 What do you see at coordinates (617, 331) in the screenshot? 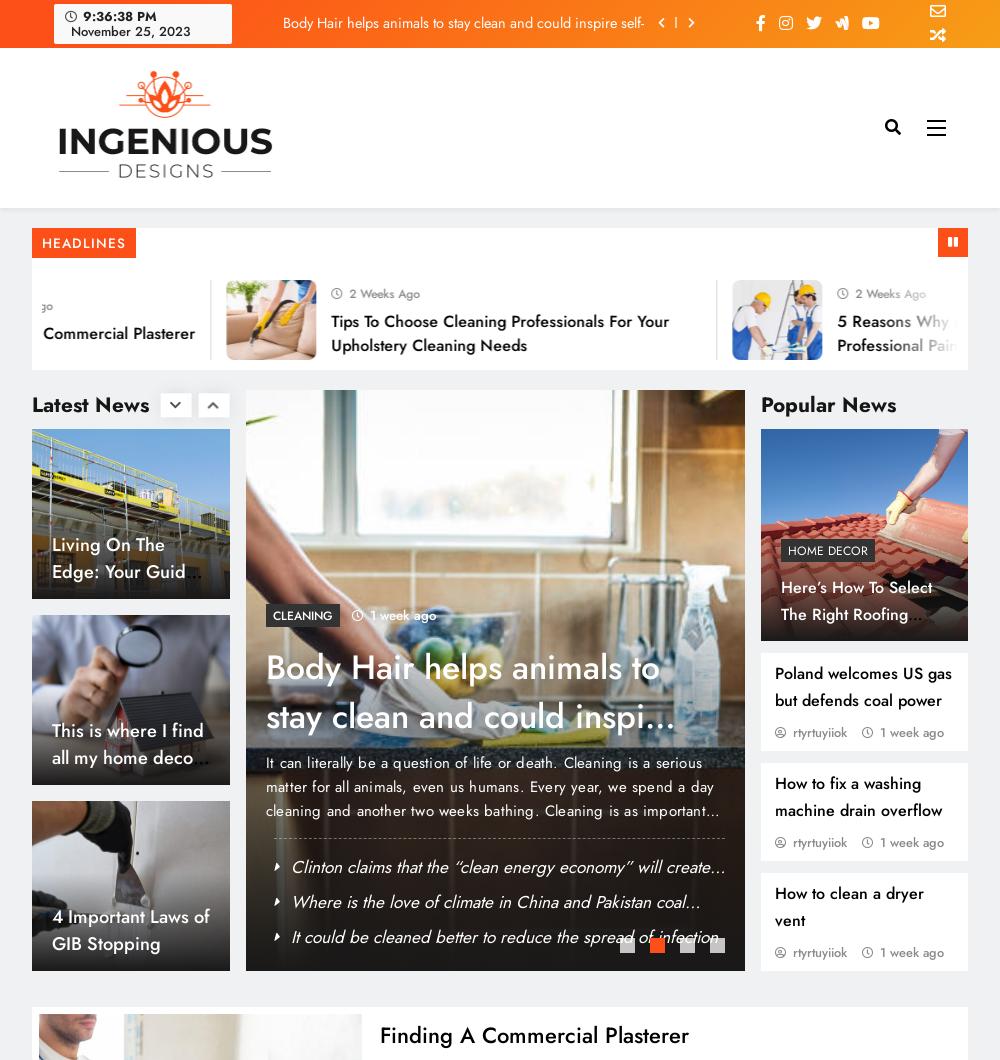
I see `'Poland welcomes US gas but defends coal power'` at bounding box center [617, 331].